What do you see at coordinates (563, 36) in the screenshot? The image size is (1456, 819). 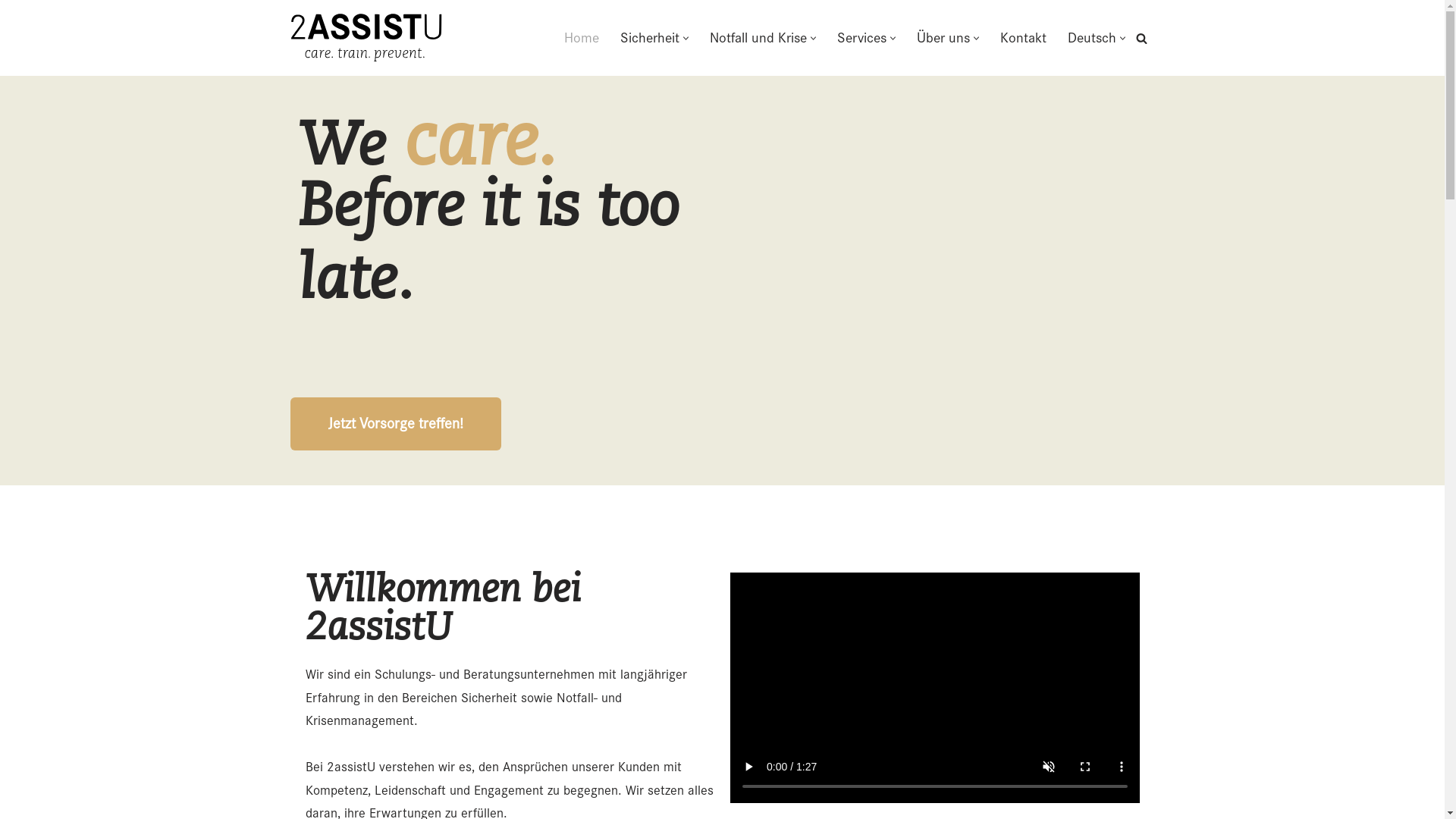 I see `'Home'` at bounding box center [563, 36].